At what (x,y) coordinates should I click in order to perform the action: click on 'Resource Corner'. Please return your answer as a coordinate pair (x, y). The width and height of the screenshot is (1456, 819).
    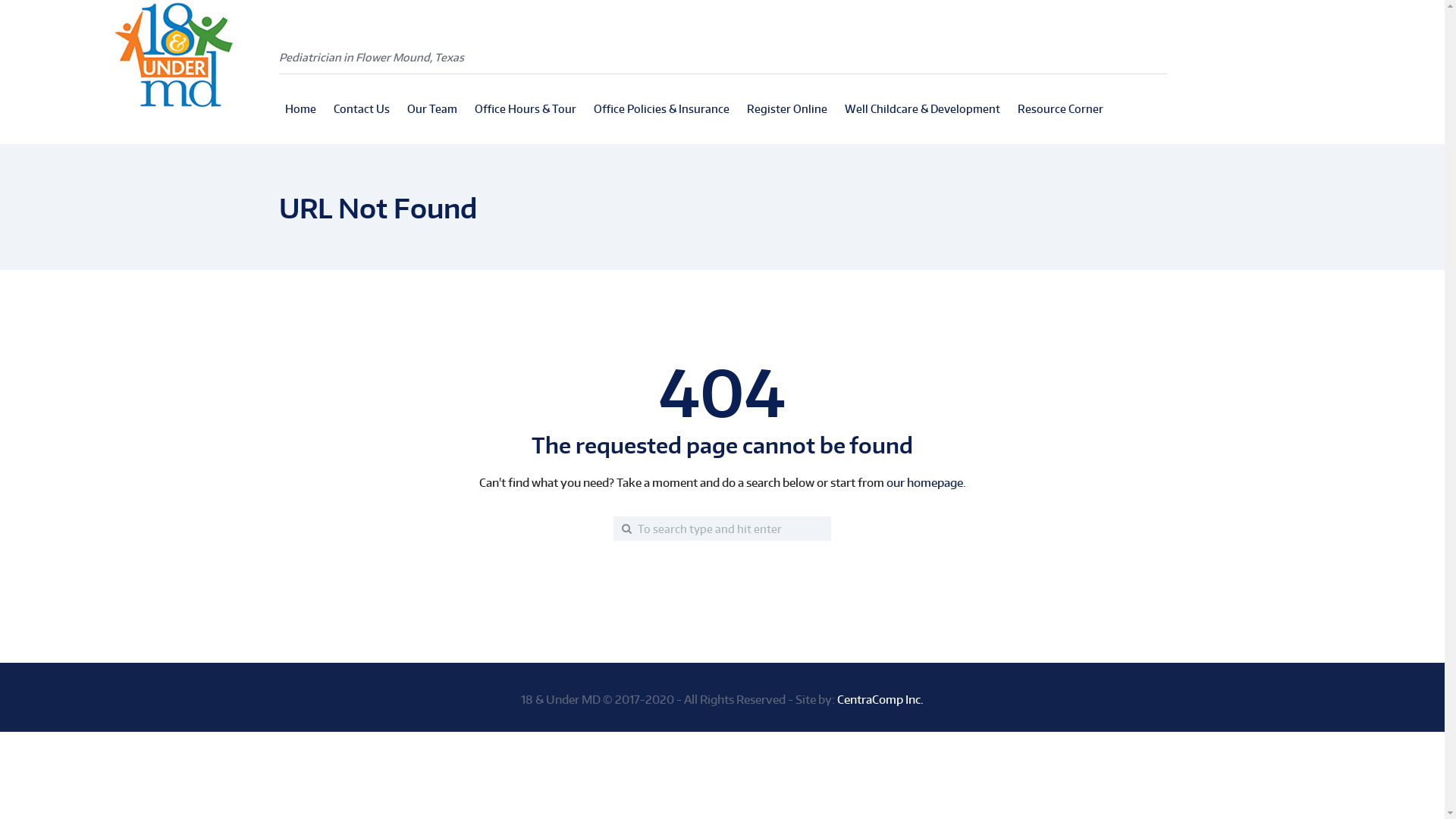
    Looking at the image, I should click on (1059, 108).